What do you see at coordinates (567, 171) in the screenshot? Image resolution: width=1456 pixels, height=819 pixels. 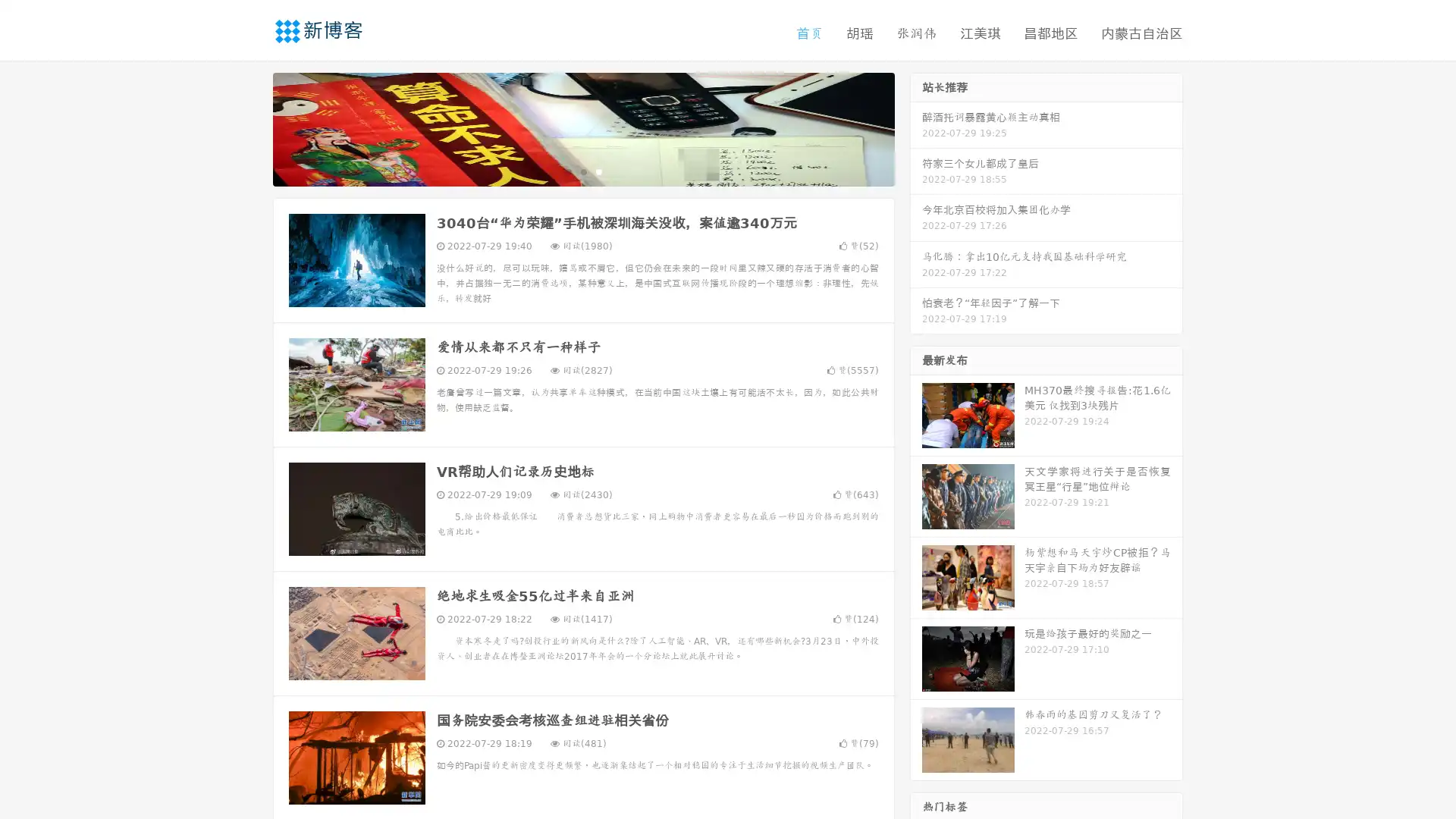 I see `Go to slide 1` at bounding box center [567, 171].